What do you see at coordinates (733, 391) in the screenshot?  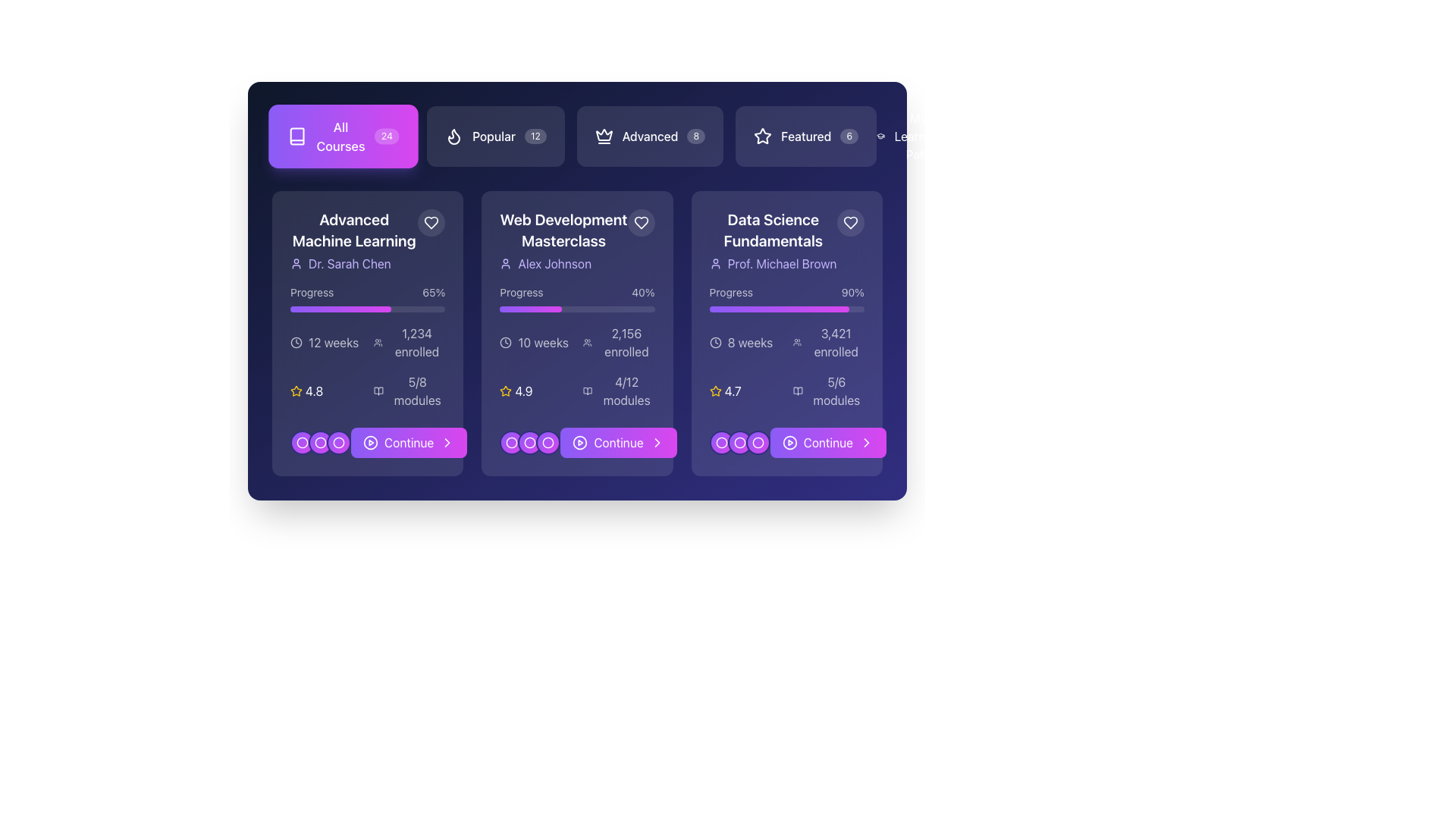 I see `the numerical label displaying the value '4.7' in white text, which is part of the rating system adjacent to a star icon, located within the 'Data Science Fundamentals' card` at bounding box center [733, 391].